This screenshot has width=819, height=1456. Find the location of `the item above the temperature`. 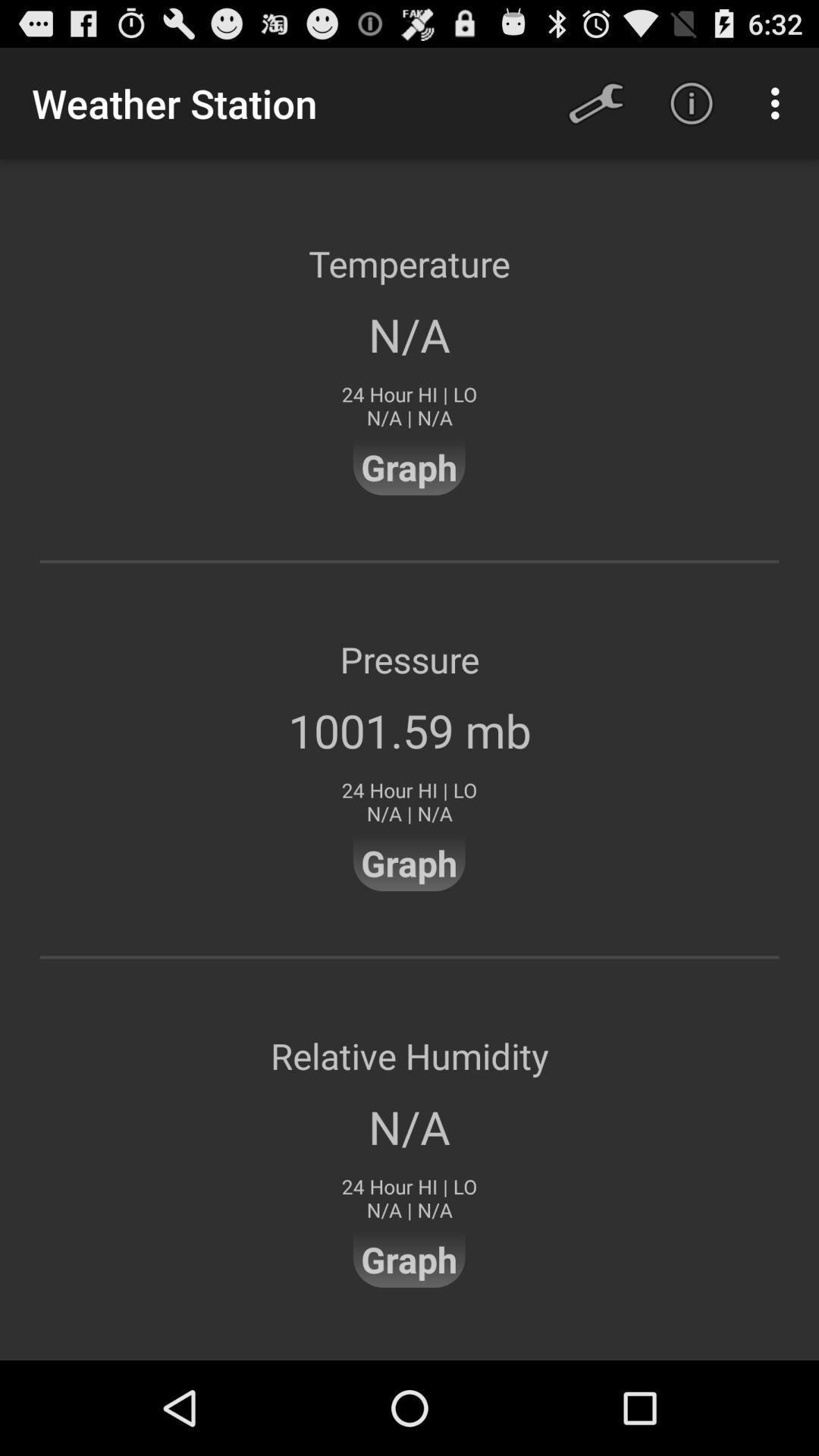

the item above the temperature is located at coordinates (595, 102).